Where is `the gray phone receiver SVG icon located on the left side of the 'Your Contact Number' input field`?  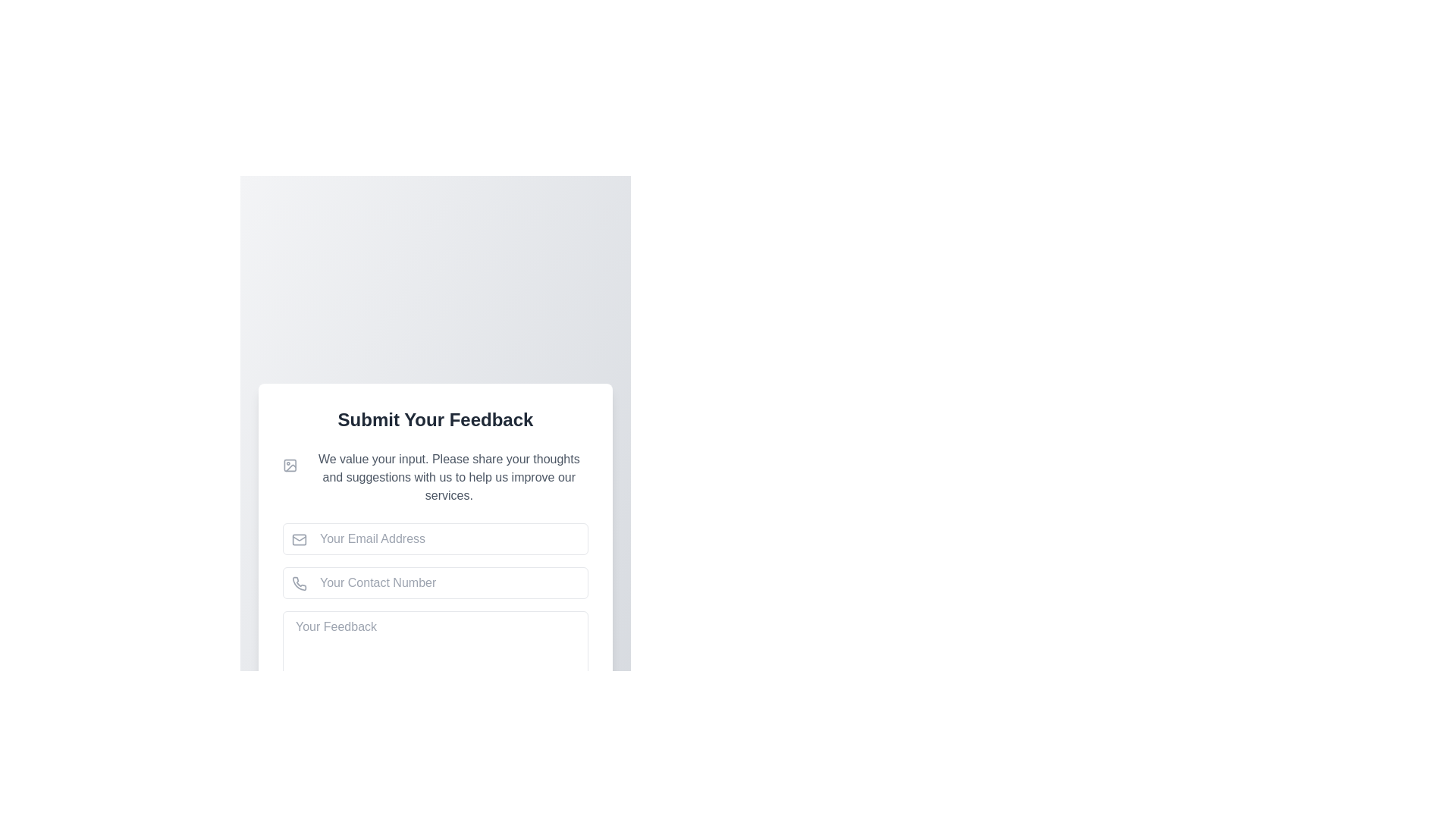 the gray phone receiver SVG icon located on the left side of the 'Your Contact Number' input field is located at coordinates (299, 582).